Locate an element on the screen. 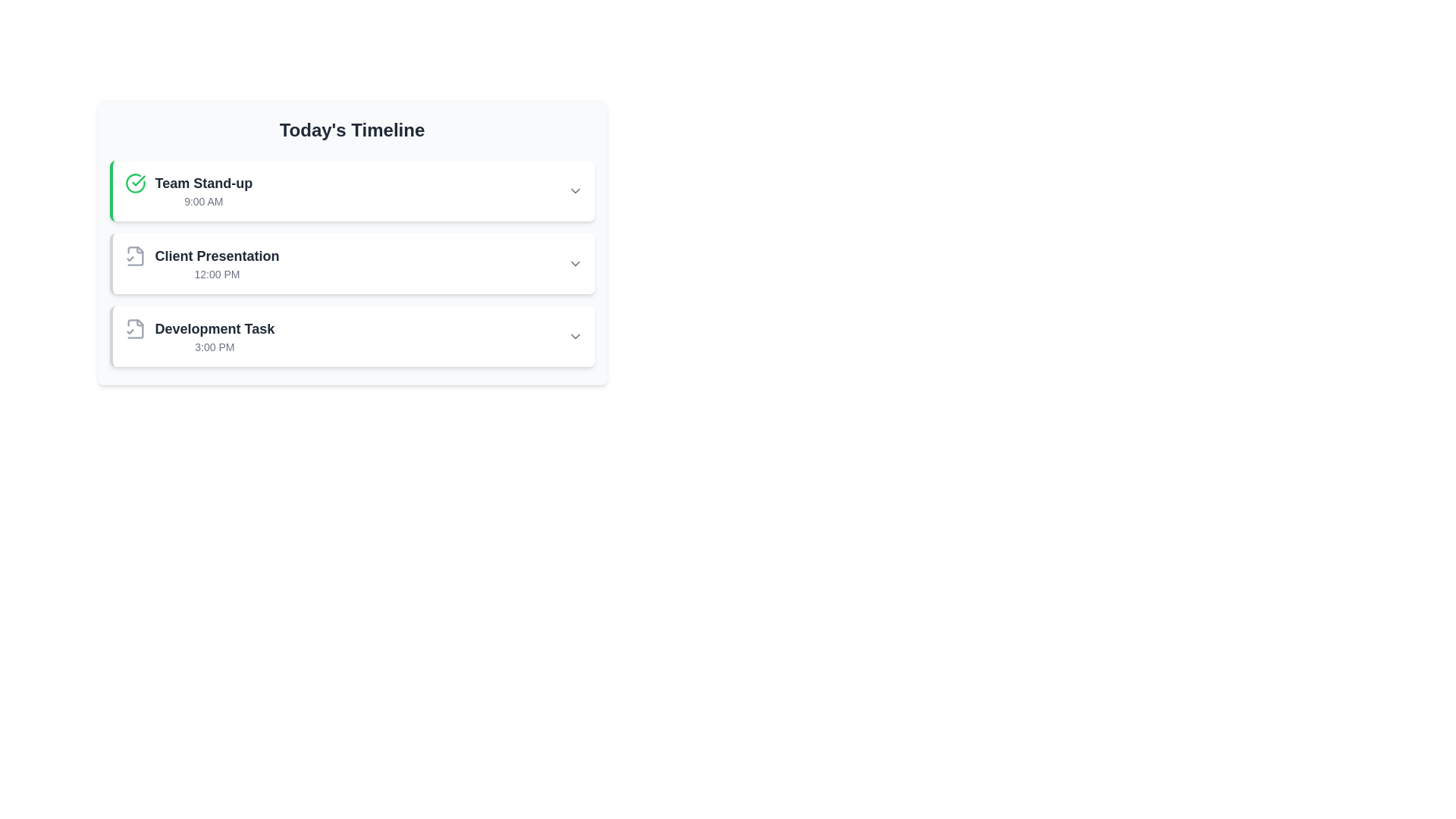  informational text component displaying 'Client Presentation' at '12:00 PM', located in the center of the view in the second section of 'Today's Timeline' is located at coordinates (216, 262).